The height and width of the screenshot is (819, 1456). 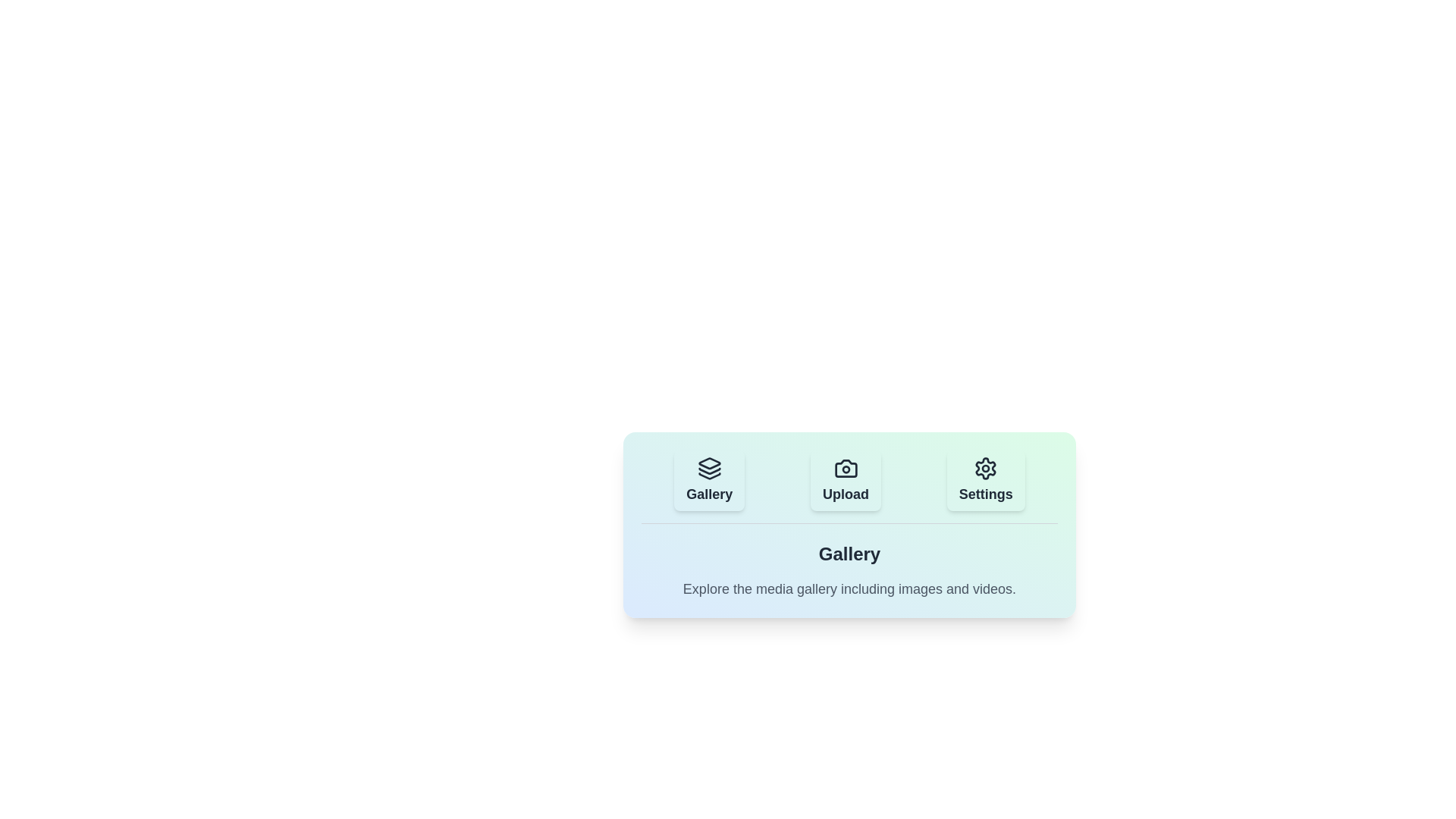 I want to click on the Settings tab to navigate to its content, so click(x=986, y=480).